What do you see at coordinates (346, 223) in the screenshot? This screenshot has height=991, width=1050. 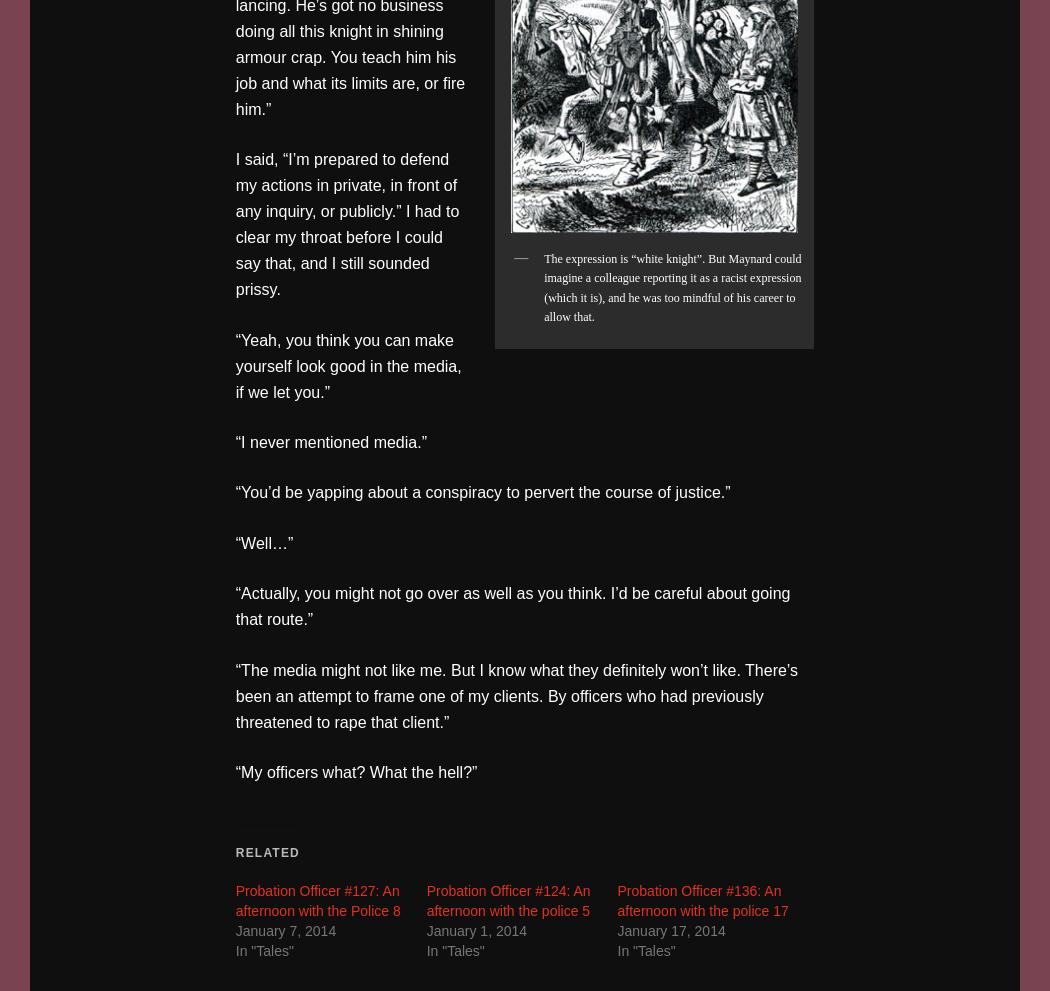 I see `'I said, “I’m prepared to defend my actions in private, in front of any inquiry, or publicly.” I had to clear my throat before I could say that, and I still sounded prissy.'` at bounding box center [346, 223].